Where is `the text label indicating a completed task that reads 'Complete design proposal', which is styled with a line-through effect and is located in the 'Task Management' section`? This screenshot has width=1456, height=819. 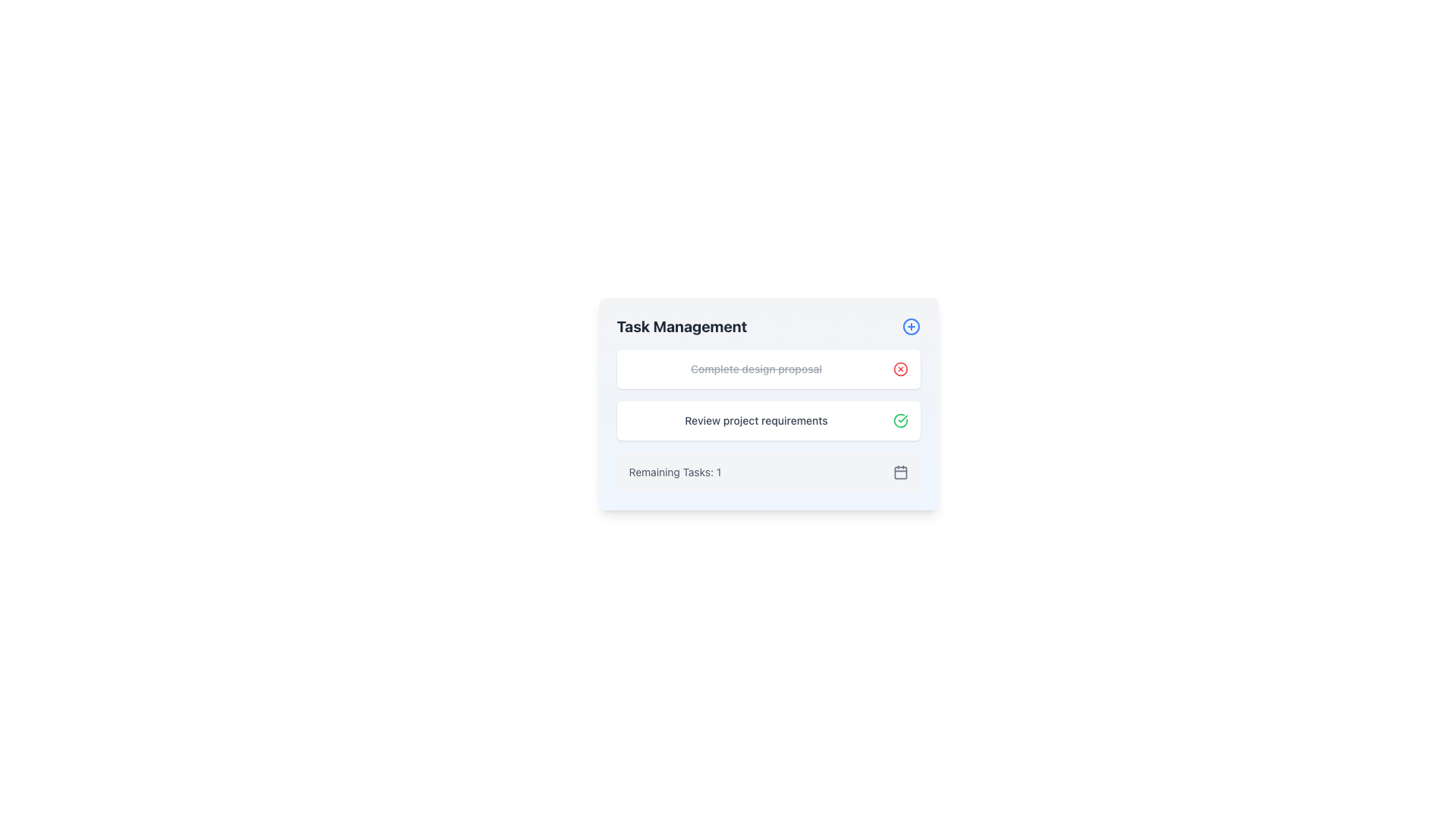
the text label indicating a completed task that reads 'Complete design proposal', which is styled with a line-through effect and is located in the 'Task Management' section is located at coordinates (756, 369).